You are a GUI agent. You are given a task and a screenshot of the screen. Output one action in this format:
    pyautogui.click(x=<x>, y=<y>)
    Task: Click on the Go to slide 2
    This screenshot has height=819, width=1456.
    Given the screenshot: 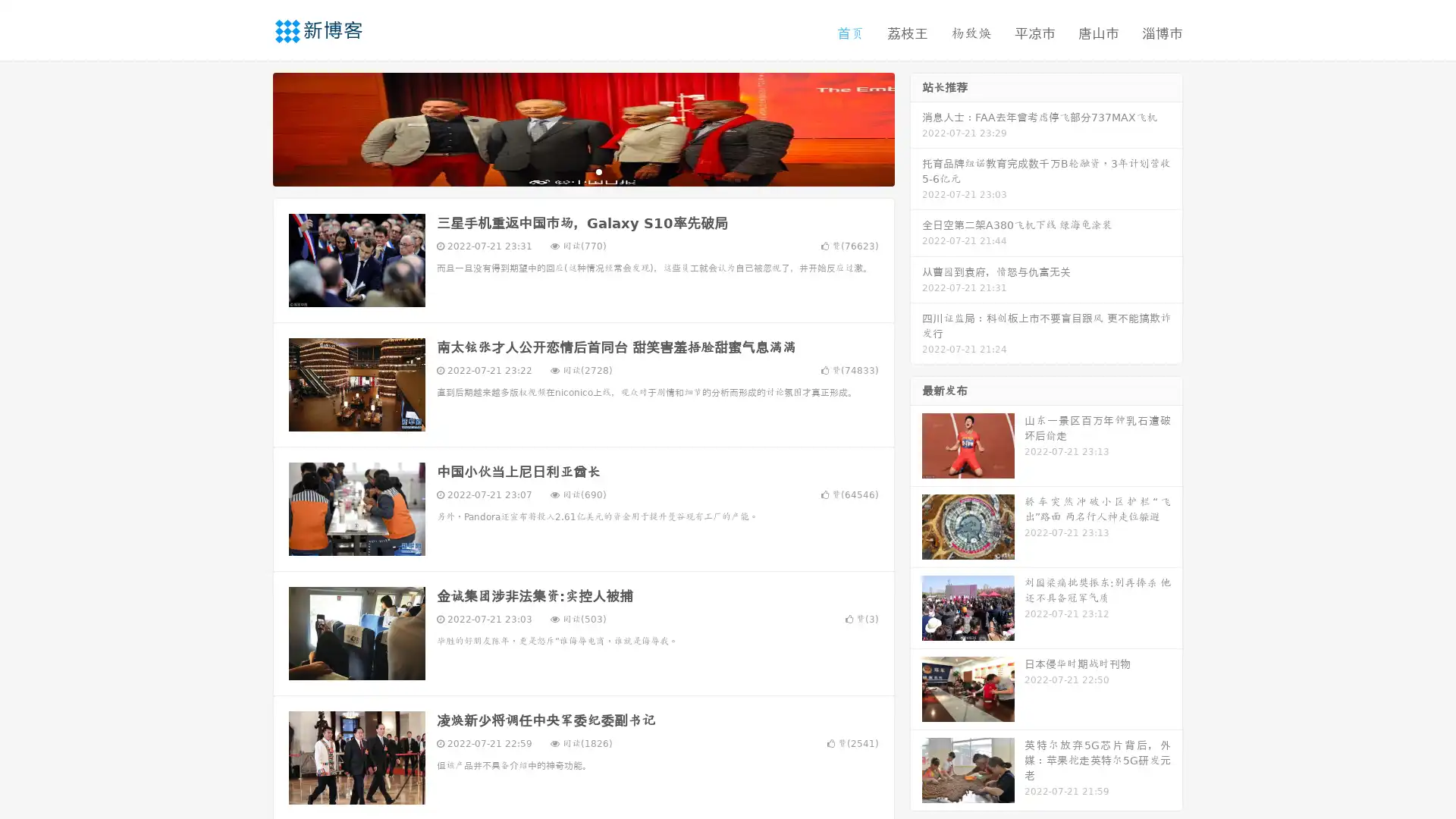 What is the action you would take?
    pyautogui.click(x=582, y=171)
    